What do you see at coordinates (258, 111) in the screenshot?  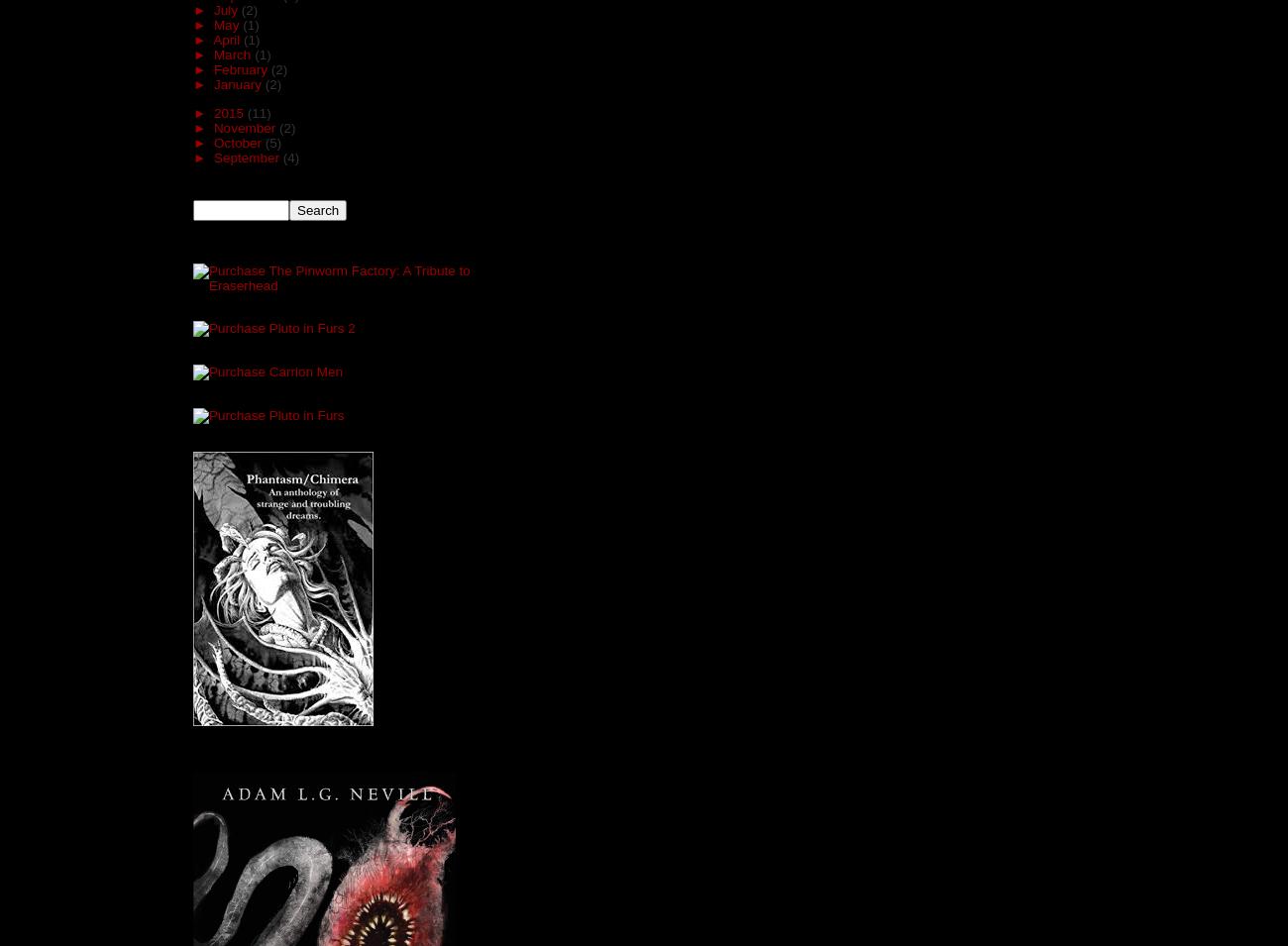 I see `'(11)'` at bounding box center [258, 111].